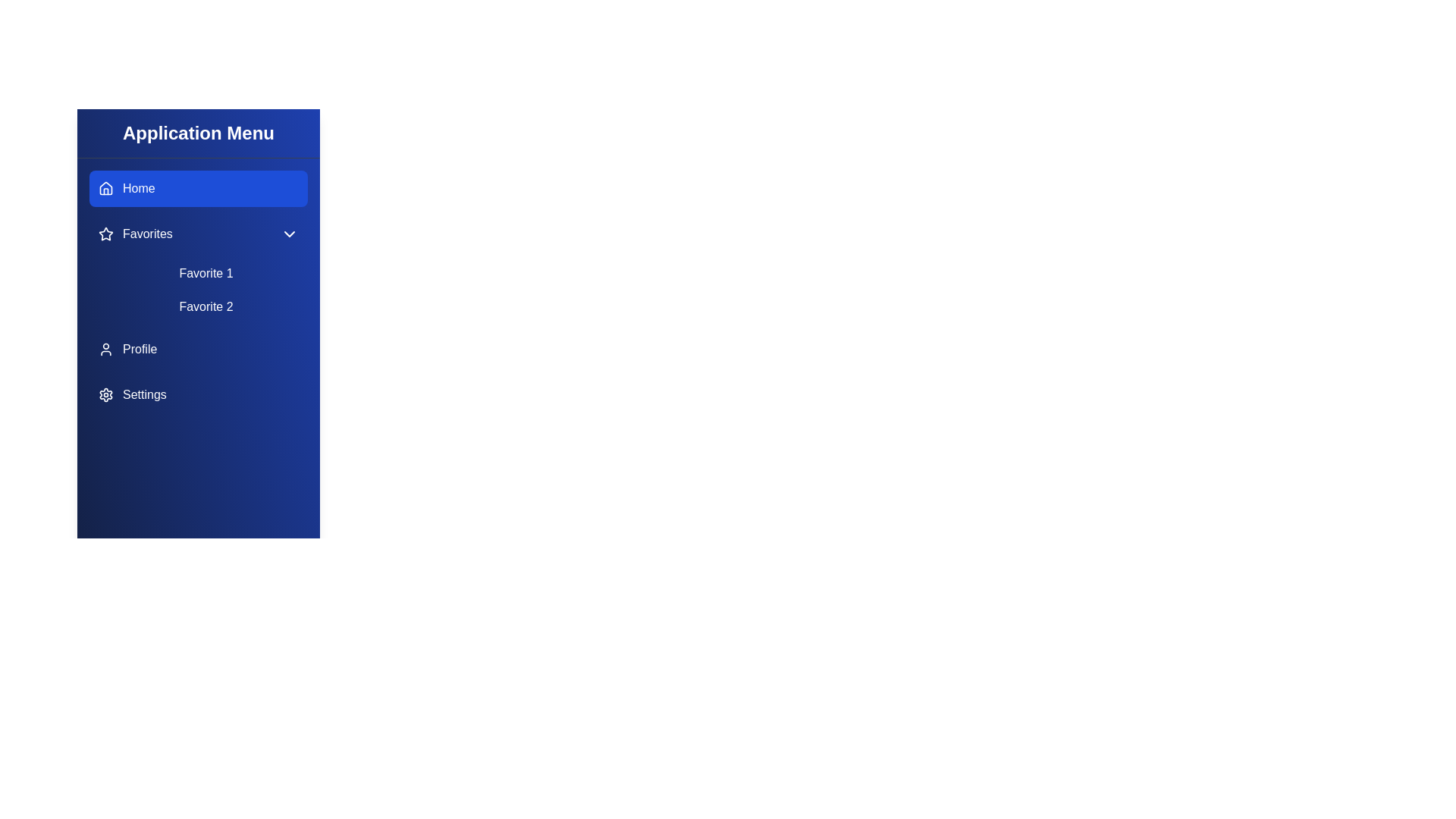 The height and width of the screenshot is (819, 1456). What do you see at coordinates (105, 187) in the screenshot?
I see `the home icon located in the main menu bar, to the left of the text 'Home'` at bounding box center [105, 187].